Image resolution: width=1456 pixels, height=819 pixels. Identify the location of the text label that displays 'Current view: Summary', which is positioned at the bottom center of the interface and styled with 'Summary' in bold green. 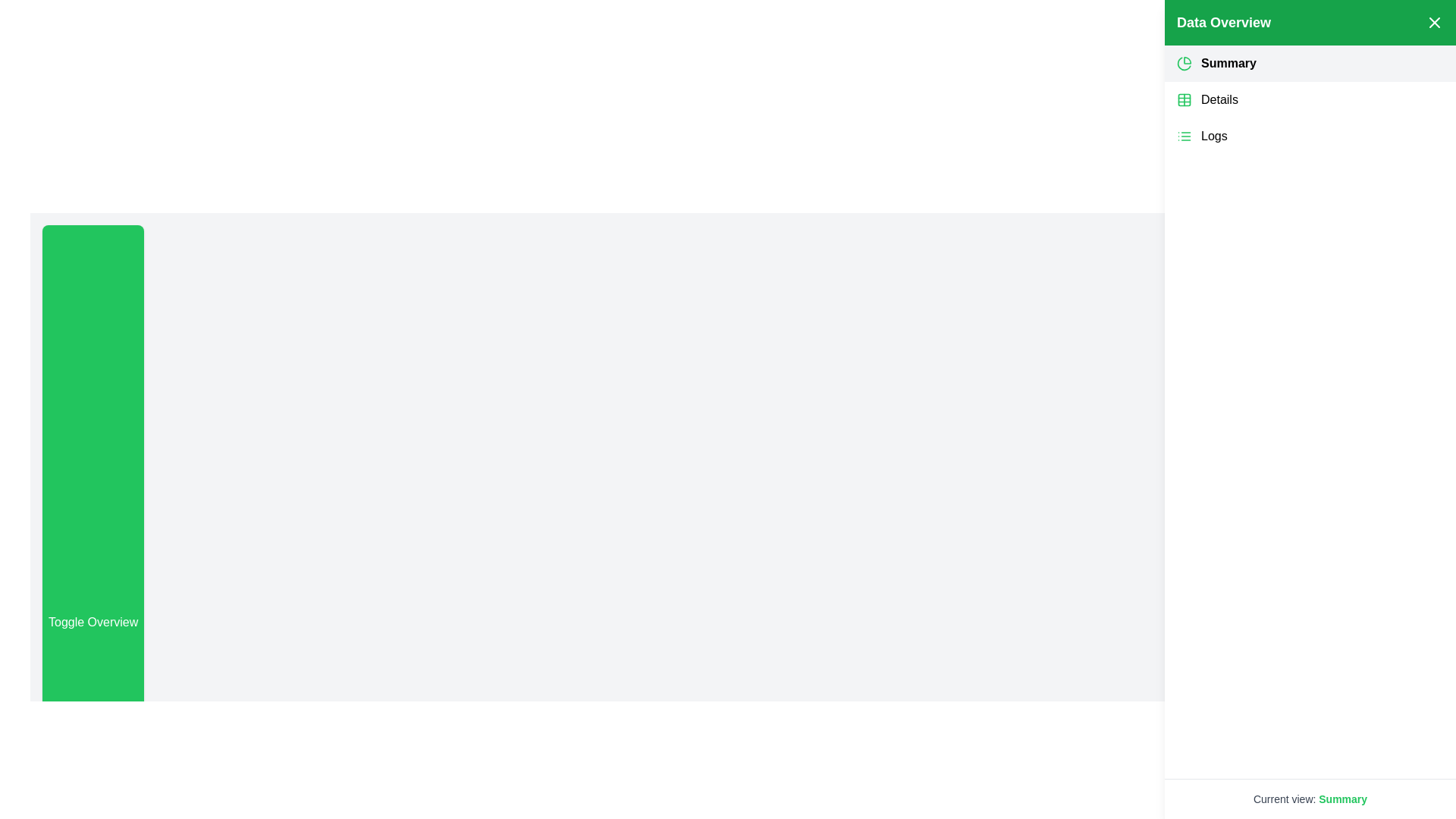
(1310, 798).